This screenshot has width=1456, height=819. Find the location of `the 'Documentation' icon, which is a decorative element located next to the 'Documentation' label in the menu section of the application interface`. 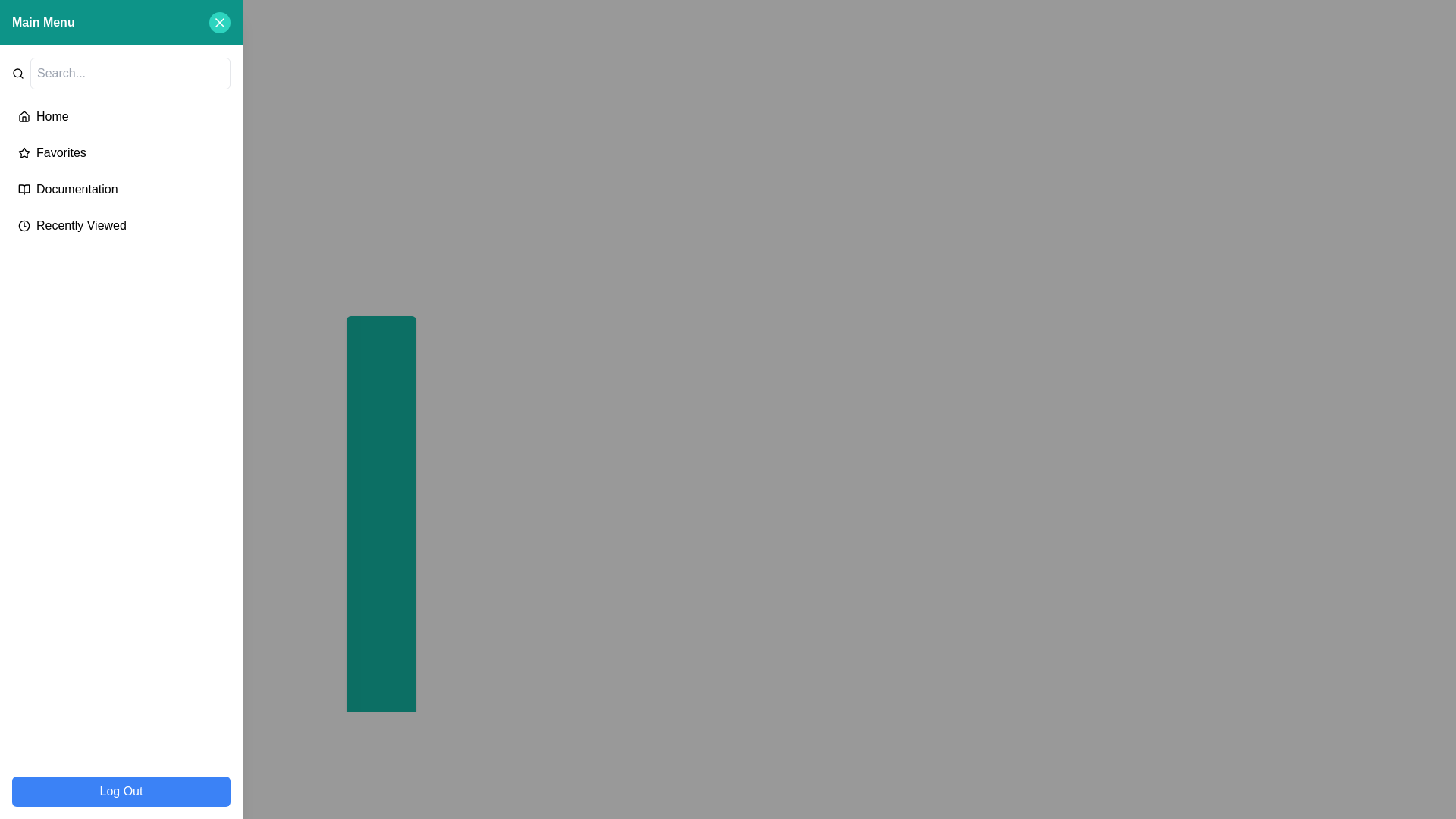

the 'Documentation' icon, which is a decorative element located next to the 'Documentation' label in the menu section of the application interface is located at coordinates (24, 189).